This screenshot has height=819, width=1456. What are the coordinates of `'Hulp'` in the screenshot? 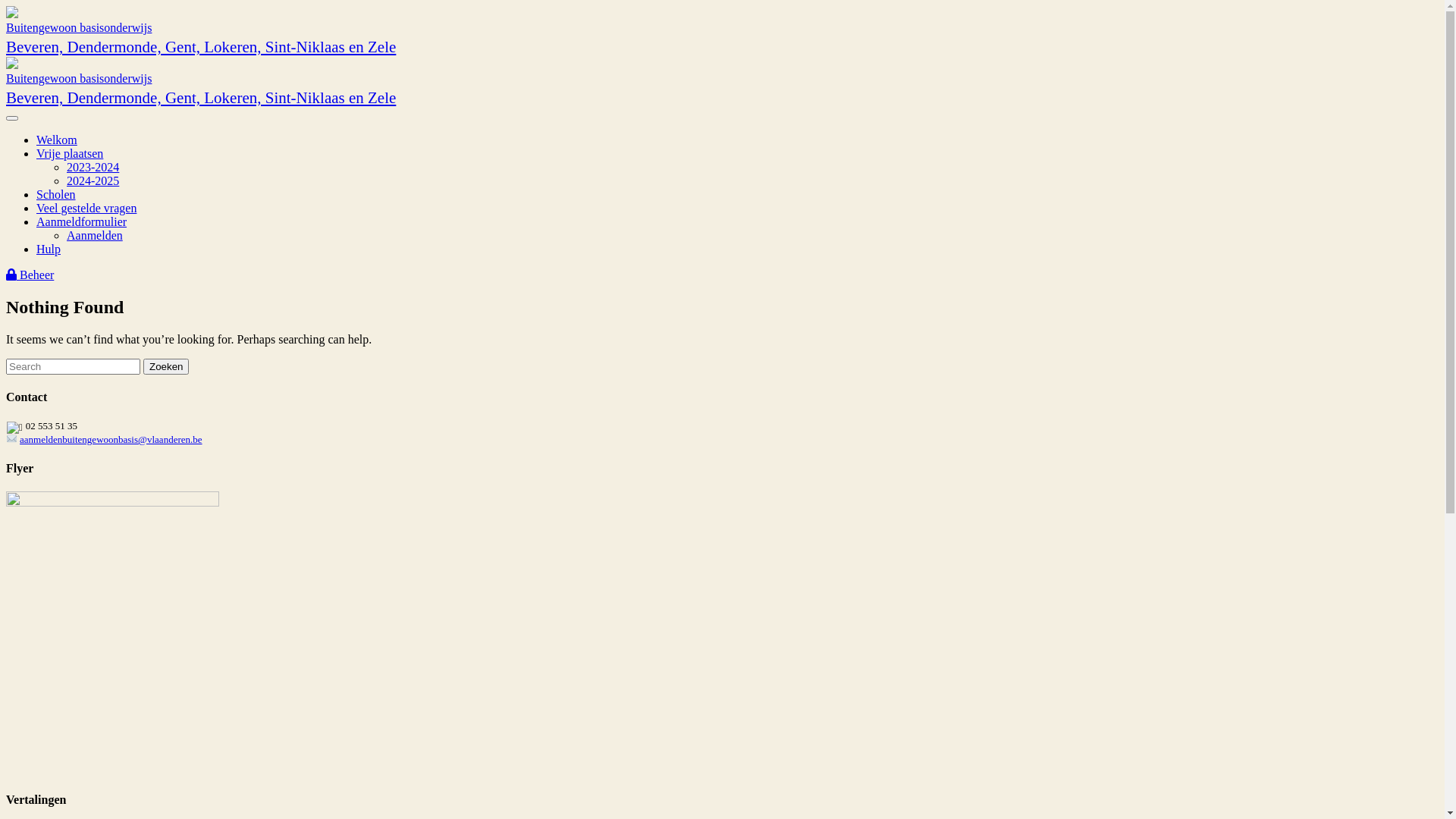 It's located at (48, 248).